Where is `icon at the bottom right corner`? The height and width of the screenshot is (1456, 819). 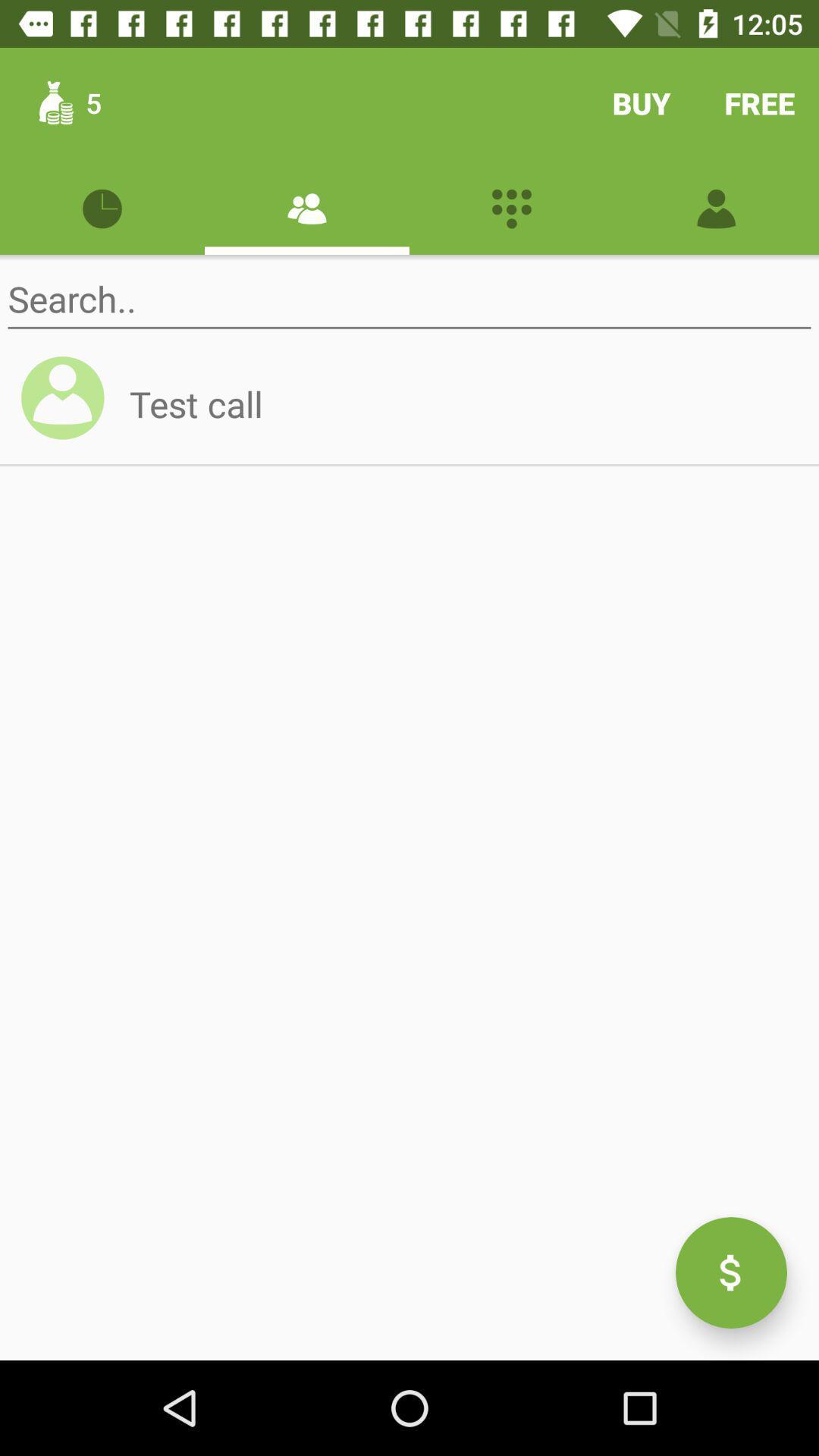 icon at the bottom right corner is located at coordinates (730, 1272).